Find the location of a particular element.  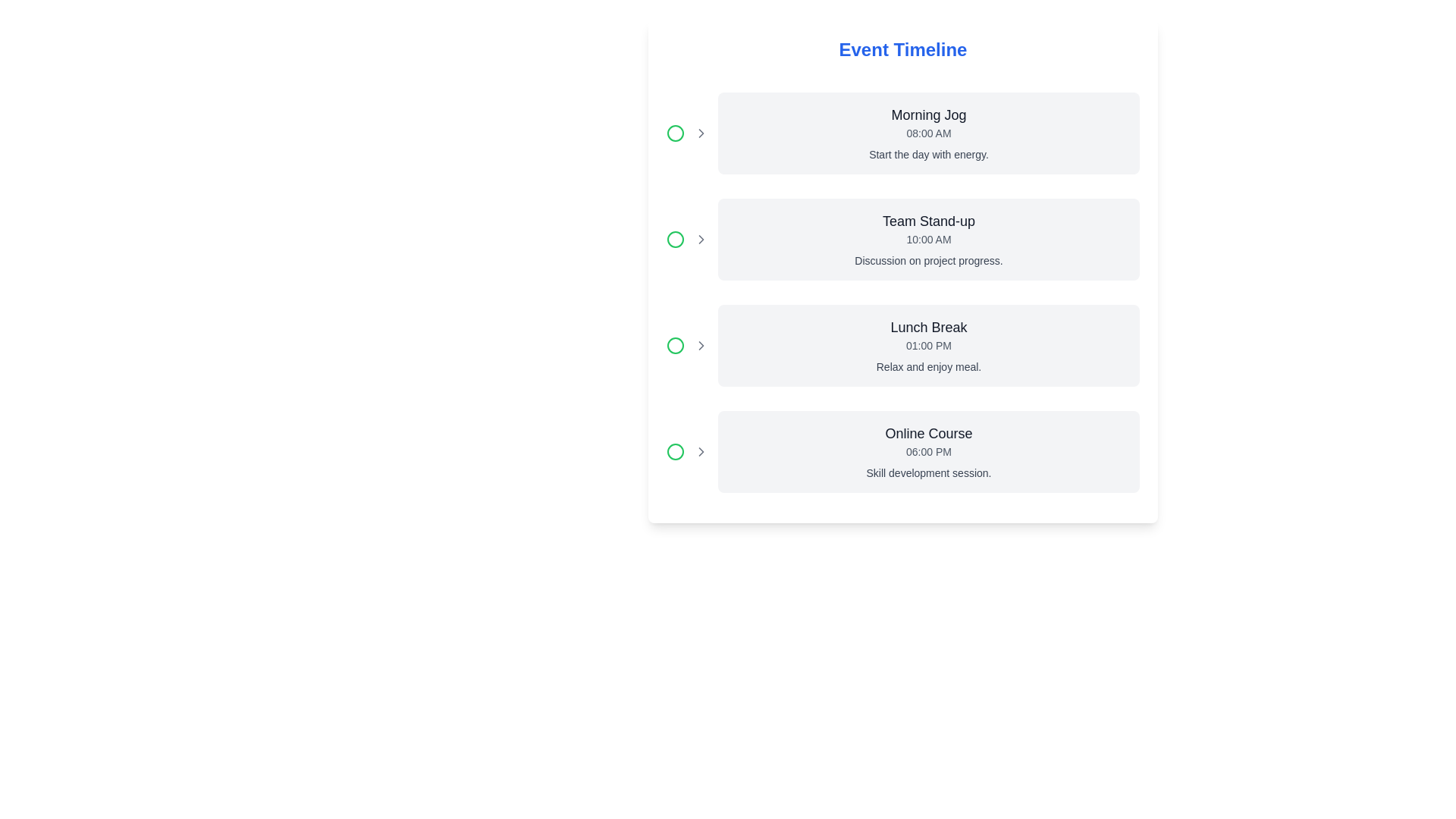

the text block titled 'Online Course', which is the fourth item in the timeline list, featuring a light gray background and containing the time '06:00 PM' and description 'Skill development session.' is located at coordinates (927, 451).